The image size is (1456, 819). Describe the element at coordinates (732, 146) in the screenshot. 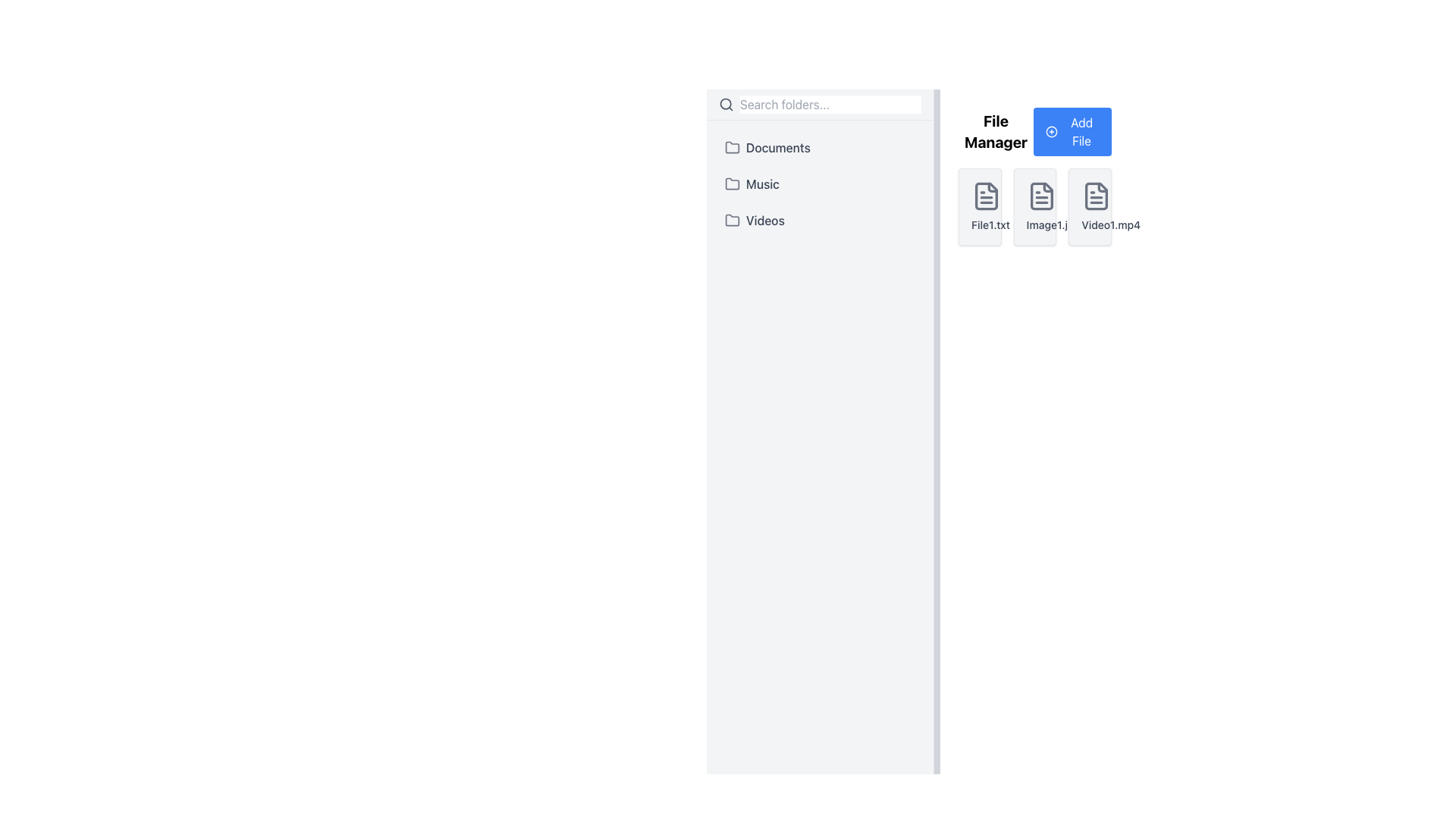

I see `the folder icon located in the vertical list of folder items on the left panel, before the text labeled 'Documents'` at that location.